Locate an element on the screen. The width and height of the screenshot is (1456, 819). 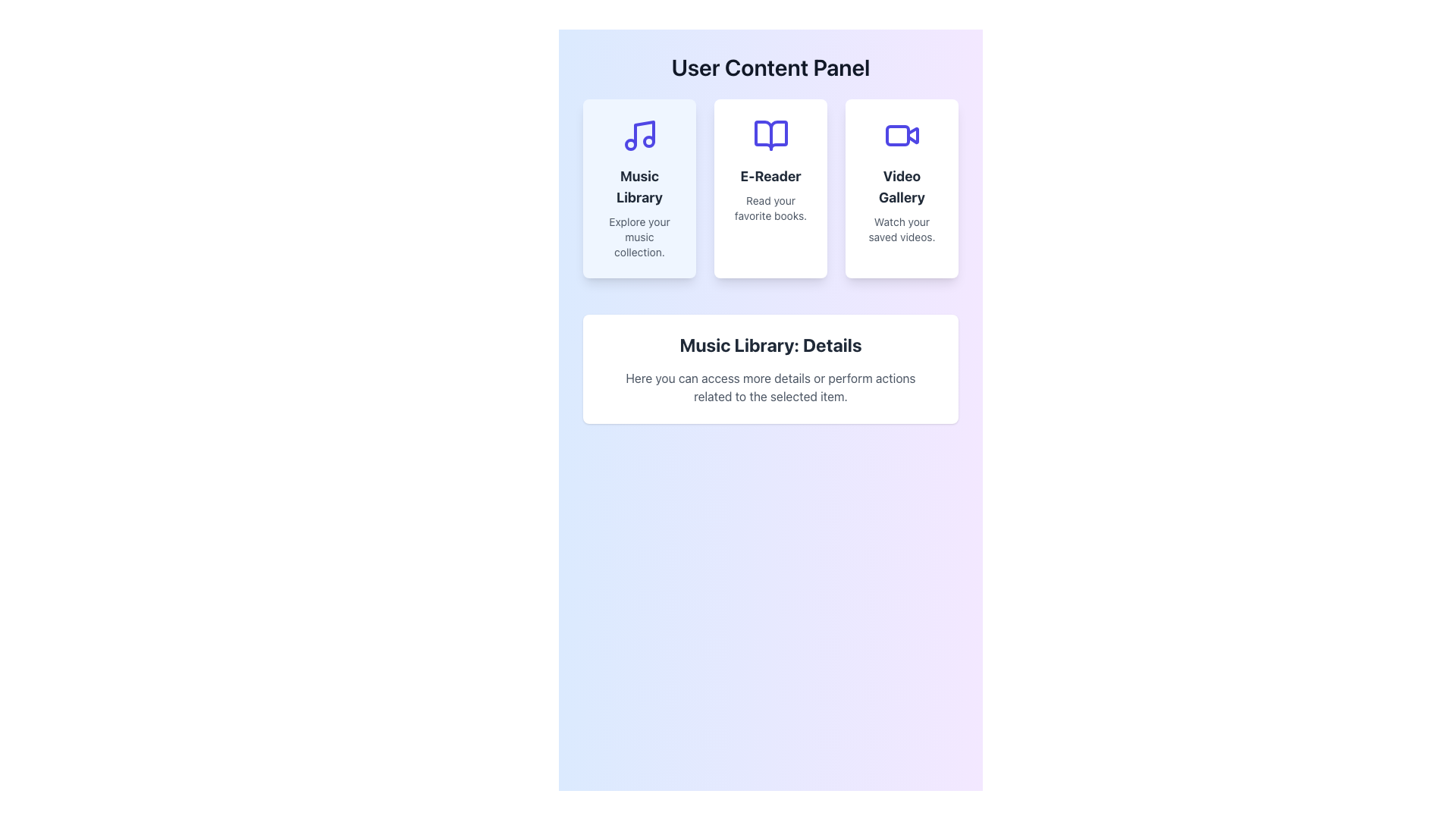
the Decorative icon located at the center-right of the video camera icon inside the 'Video Gallery' card, which is the right-most card in the top row is located at coordinates (912, 134).